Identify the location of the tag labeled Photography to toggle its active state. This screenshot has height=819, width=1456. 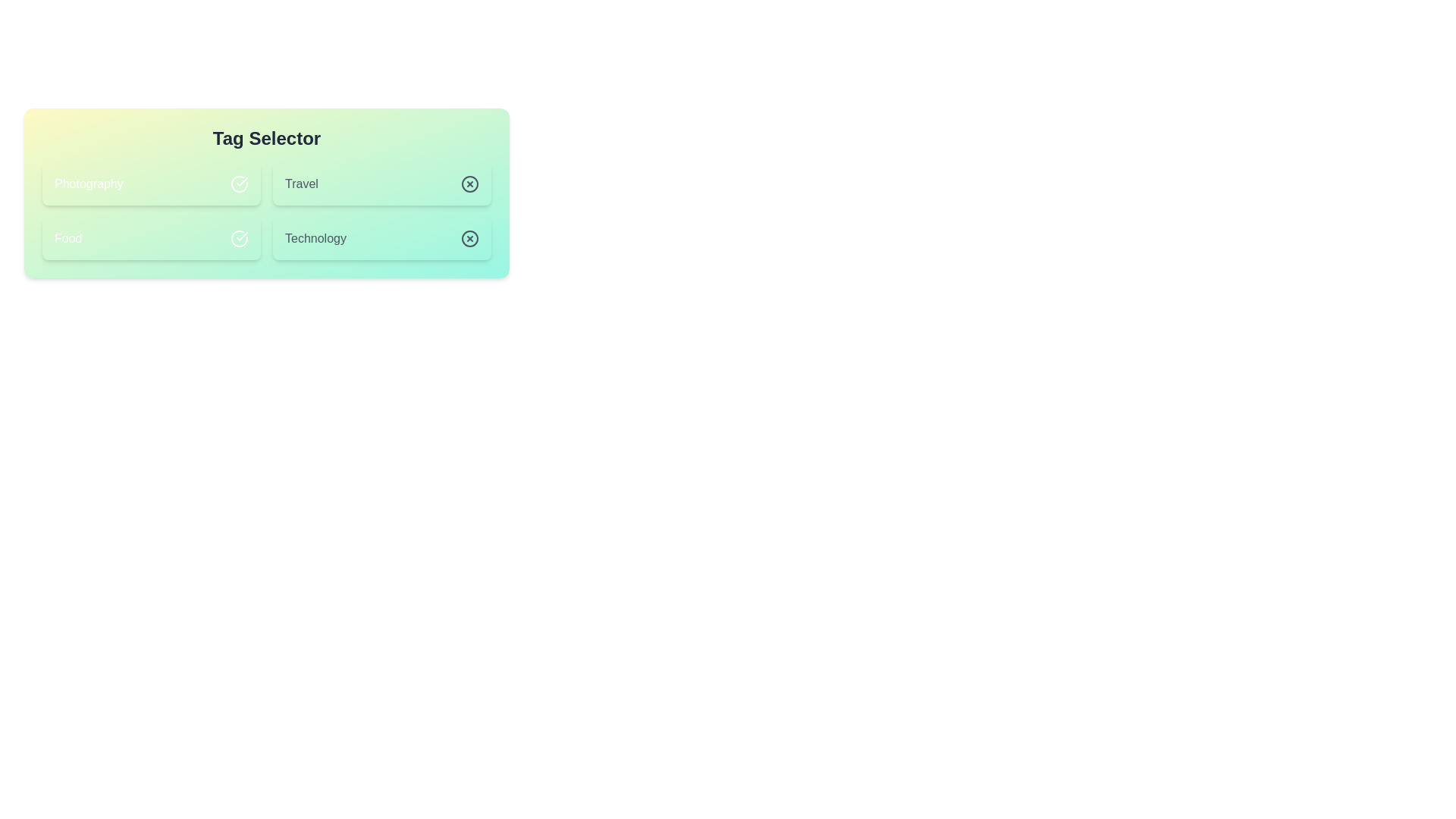
(152, 184).